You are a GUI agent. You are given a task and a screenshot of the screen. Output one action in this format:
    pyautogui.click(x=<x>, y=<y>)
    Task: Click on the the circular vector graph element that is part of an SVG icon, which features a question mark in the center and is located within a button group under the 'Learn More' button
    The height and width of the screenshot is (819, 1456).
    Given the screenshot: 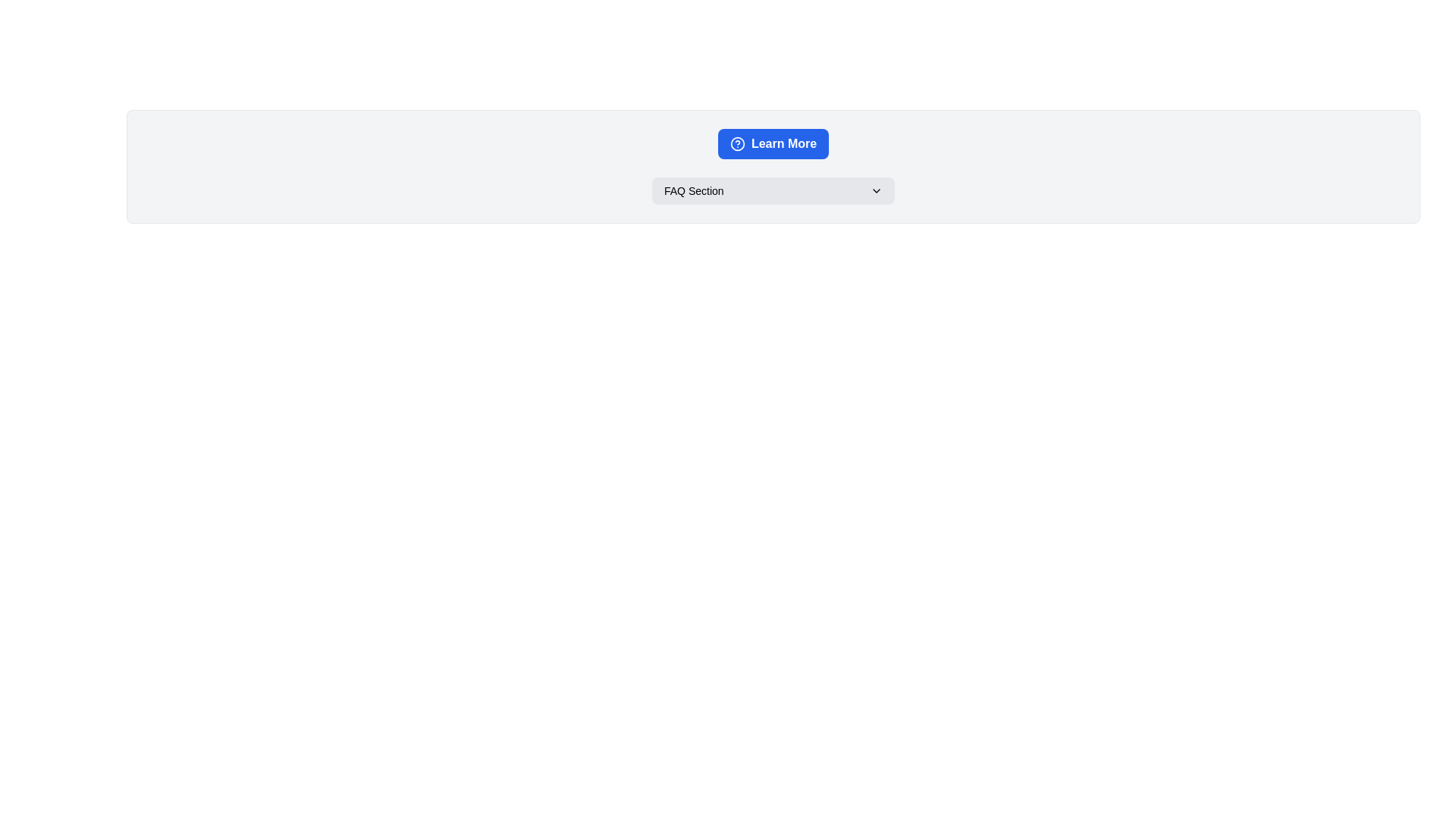 What is the action you would take?
    pyautogui.click(x=737, y=143)
    